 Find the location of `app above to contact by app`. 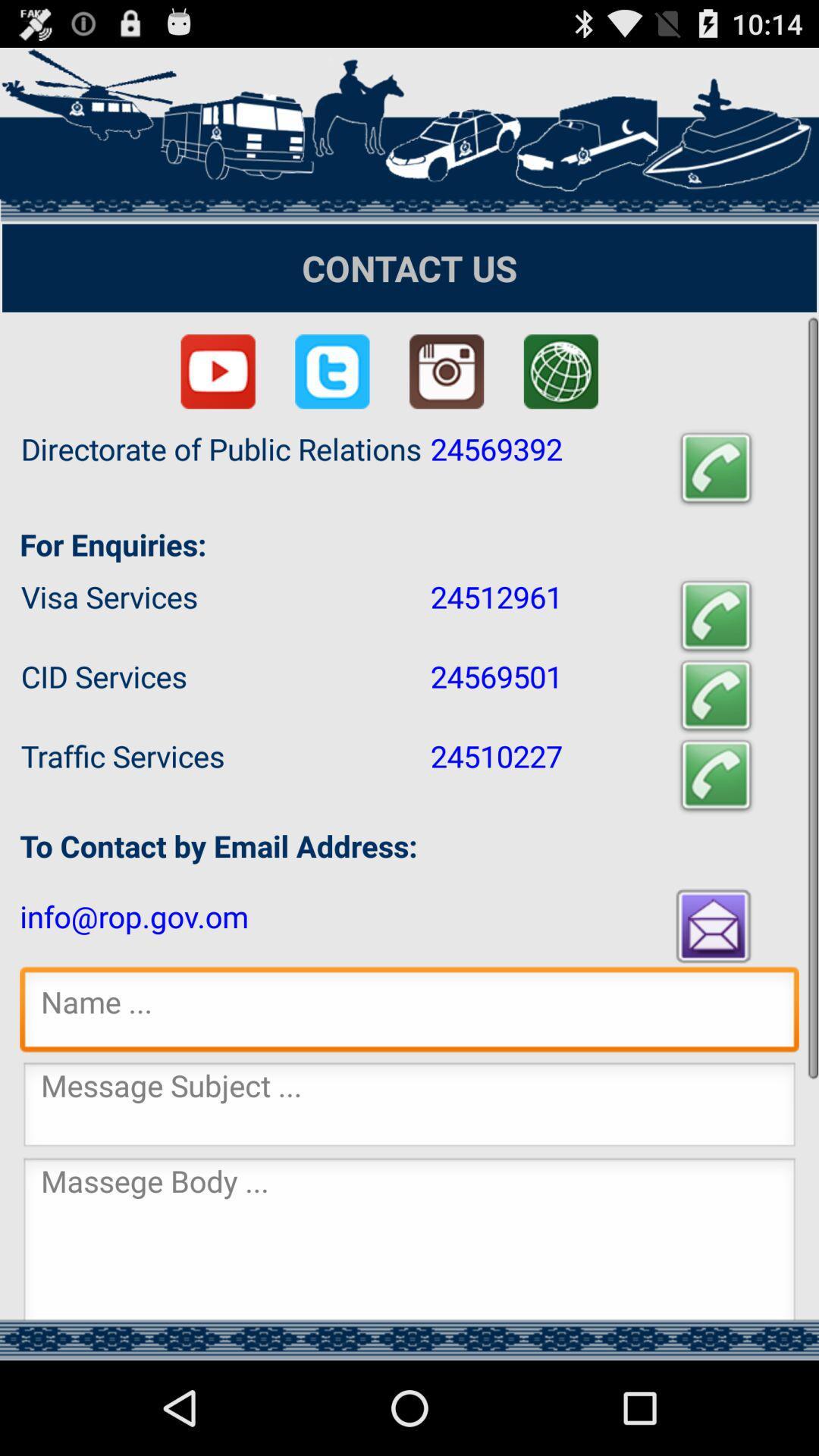

app above to contact by app is located at coordinates (716, 775).